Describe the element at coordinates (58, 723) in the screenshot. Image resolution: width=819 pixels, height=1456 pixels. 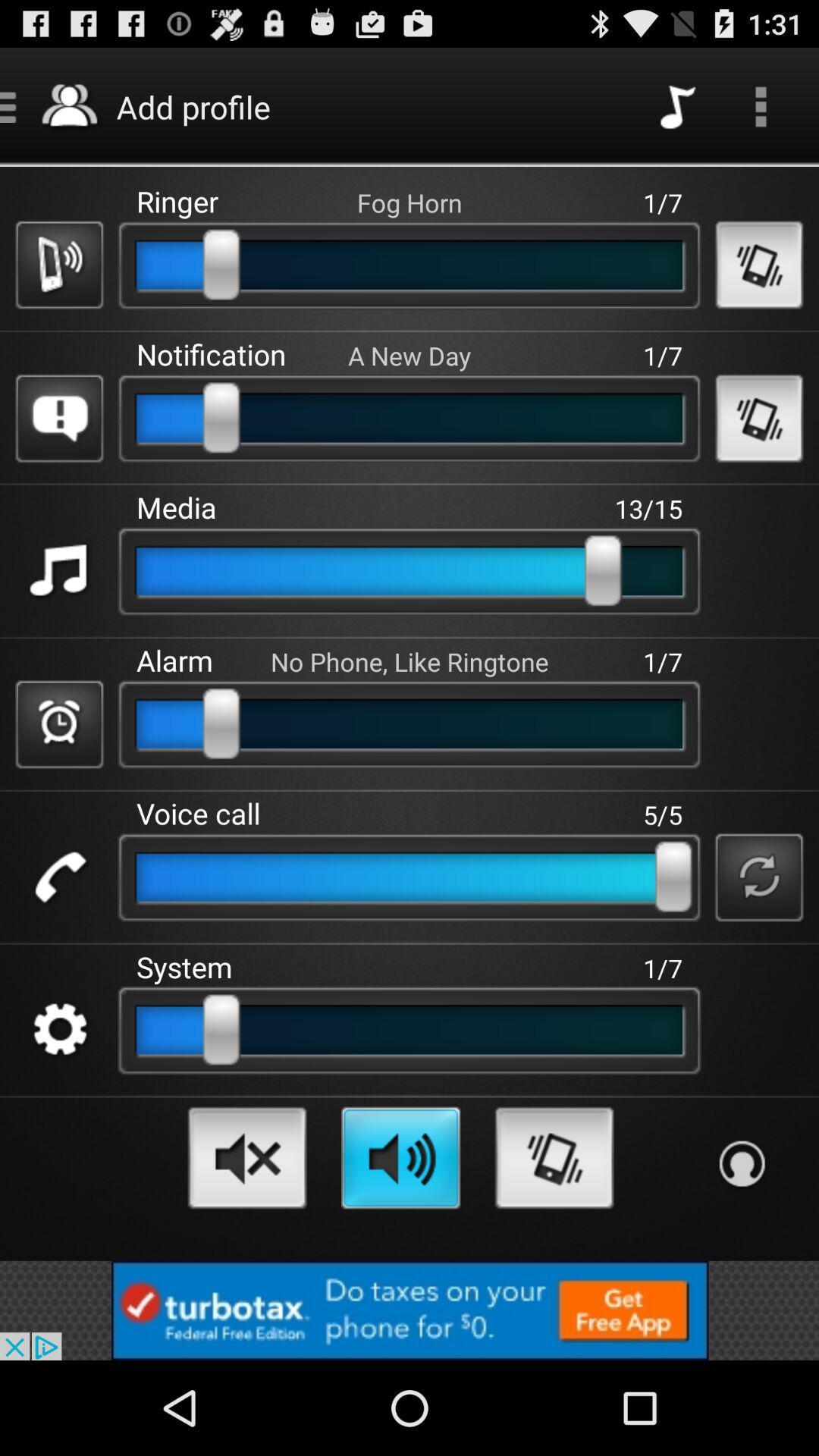
I see `open alarm` at that location.